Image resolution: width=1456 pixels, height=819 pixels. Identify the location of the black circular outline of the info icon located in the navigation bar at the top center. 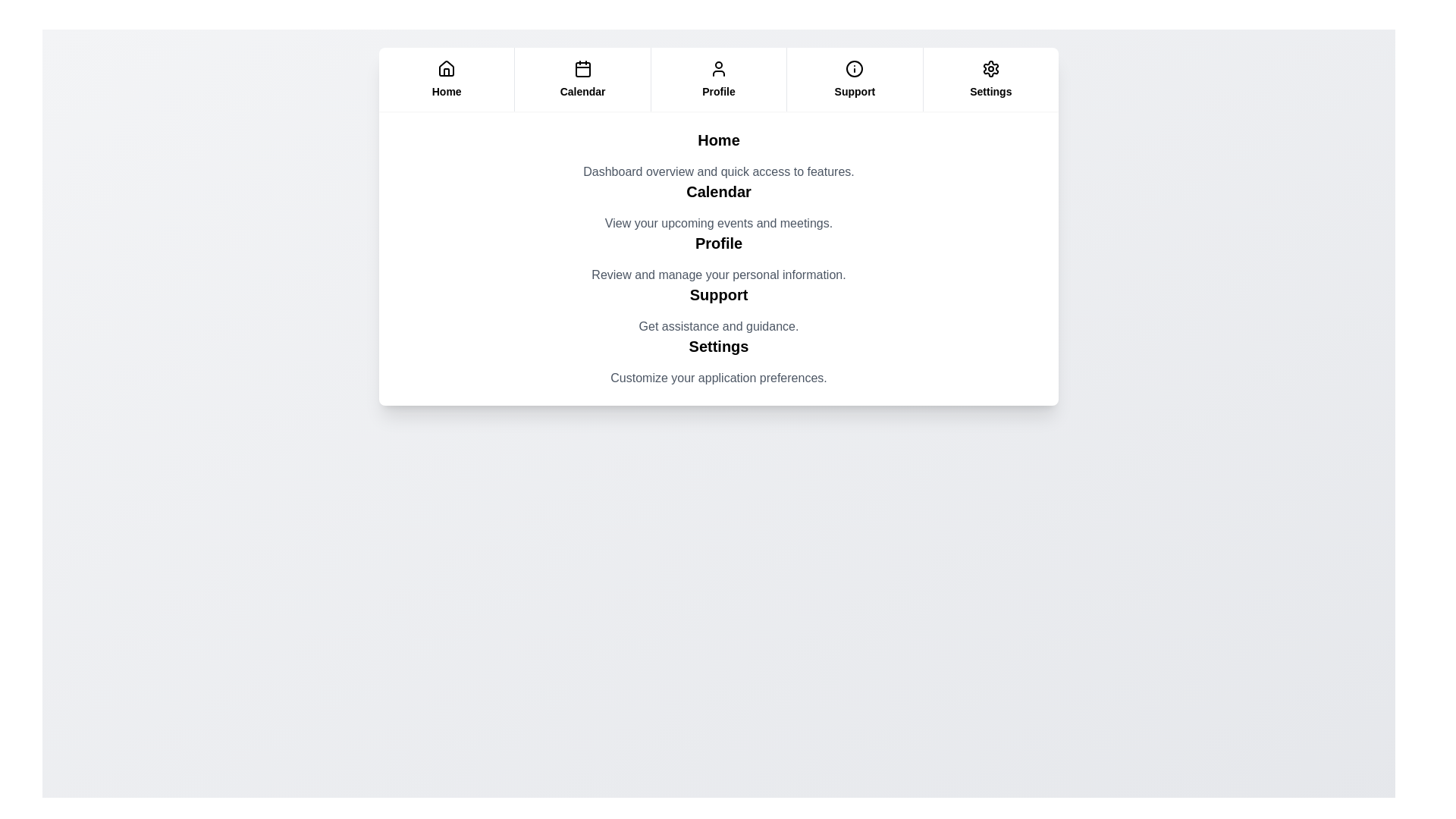
(855, 69).